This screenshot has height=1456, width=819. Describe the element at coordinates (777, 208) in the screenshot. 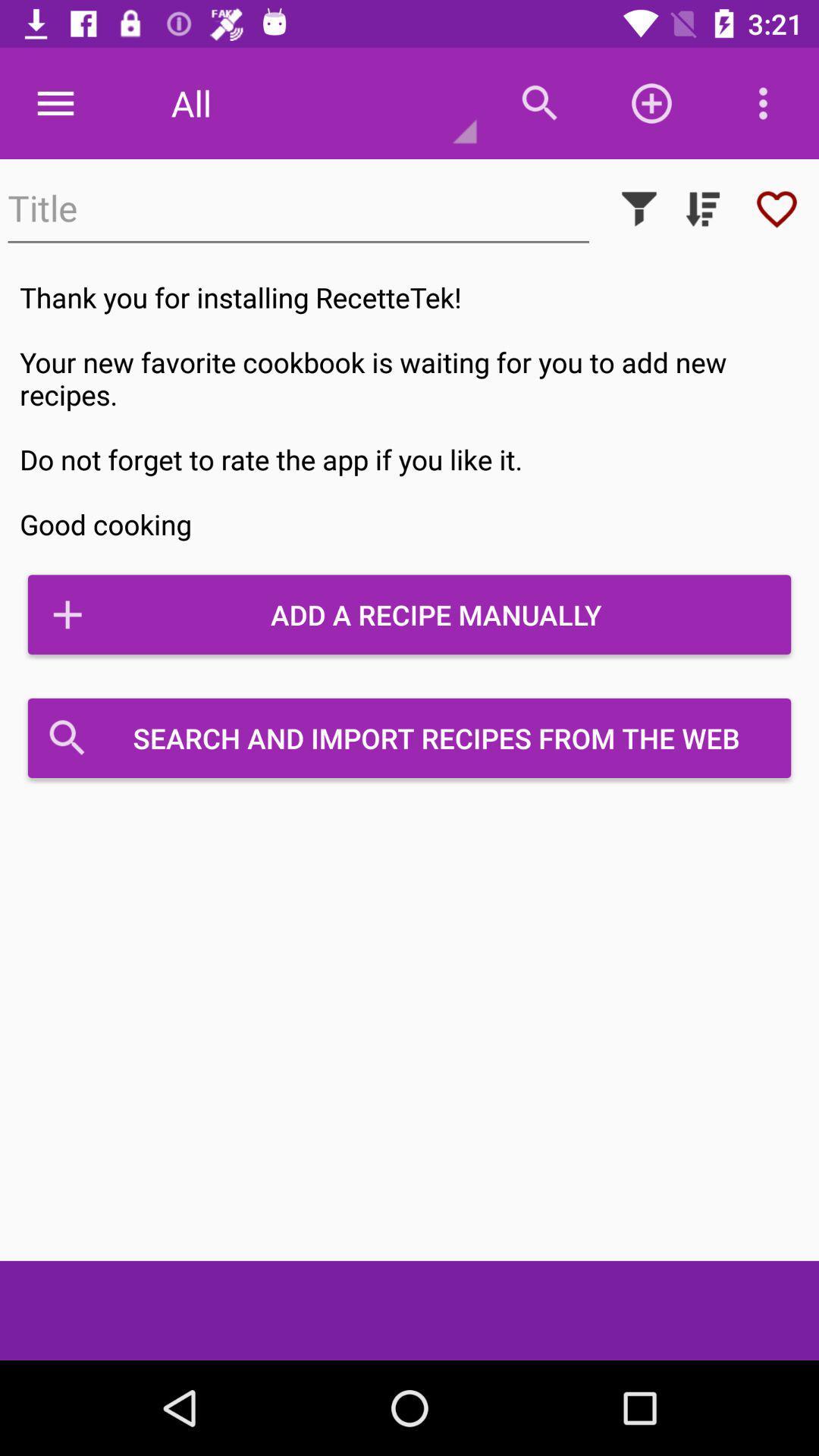

I see `favorite` at that location.